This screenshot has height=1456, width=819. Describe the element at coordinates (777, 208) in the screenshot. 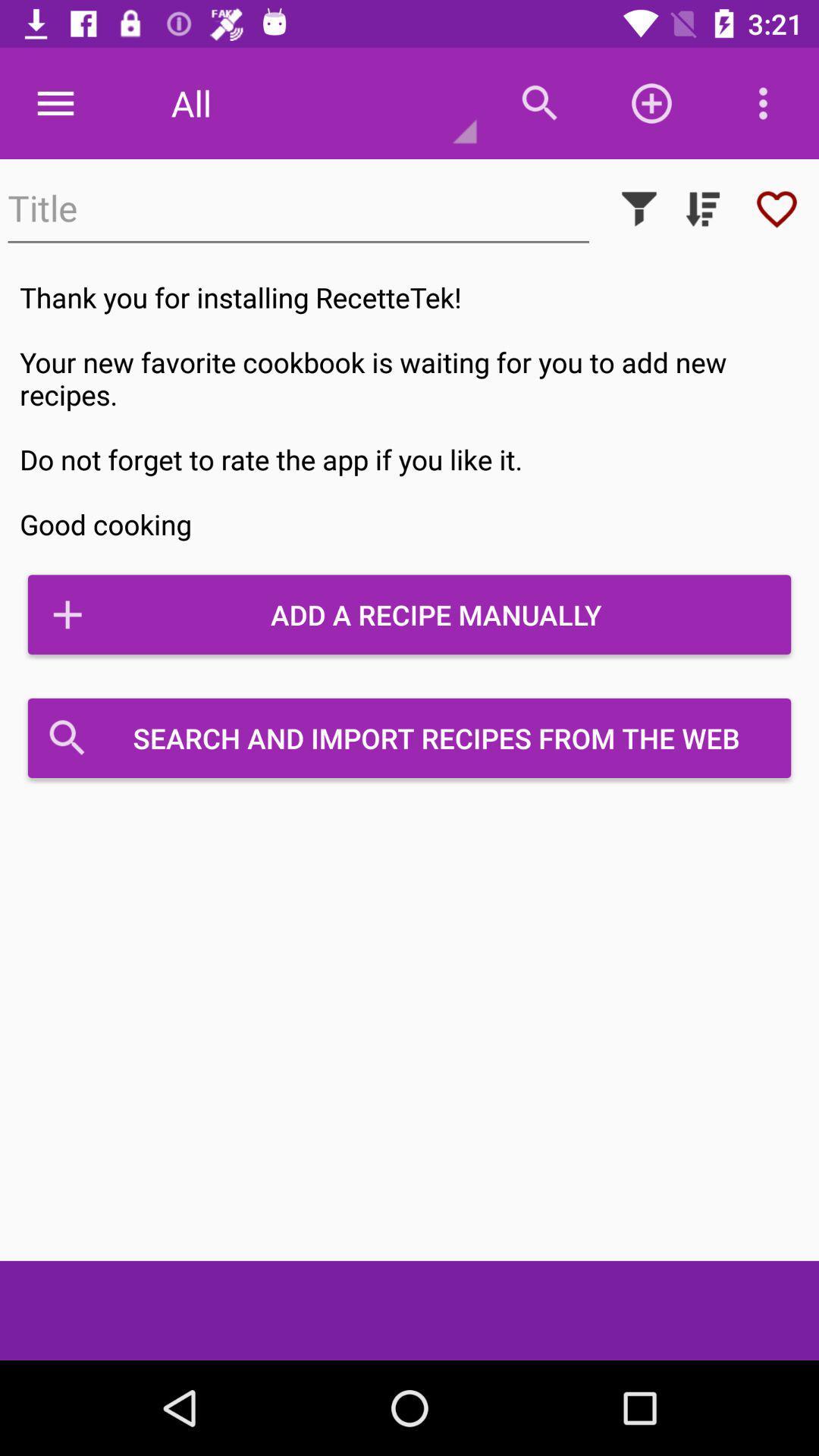

I see `favorite` at that location.